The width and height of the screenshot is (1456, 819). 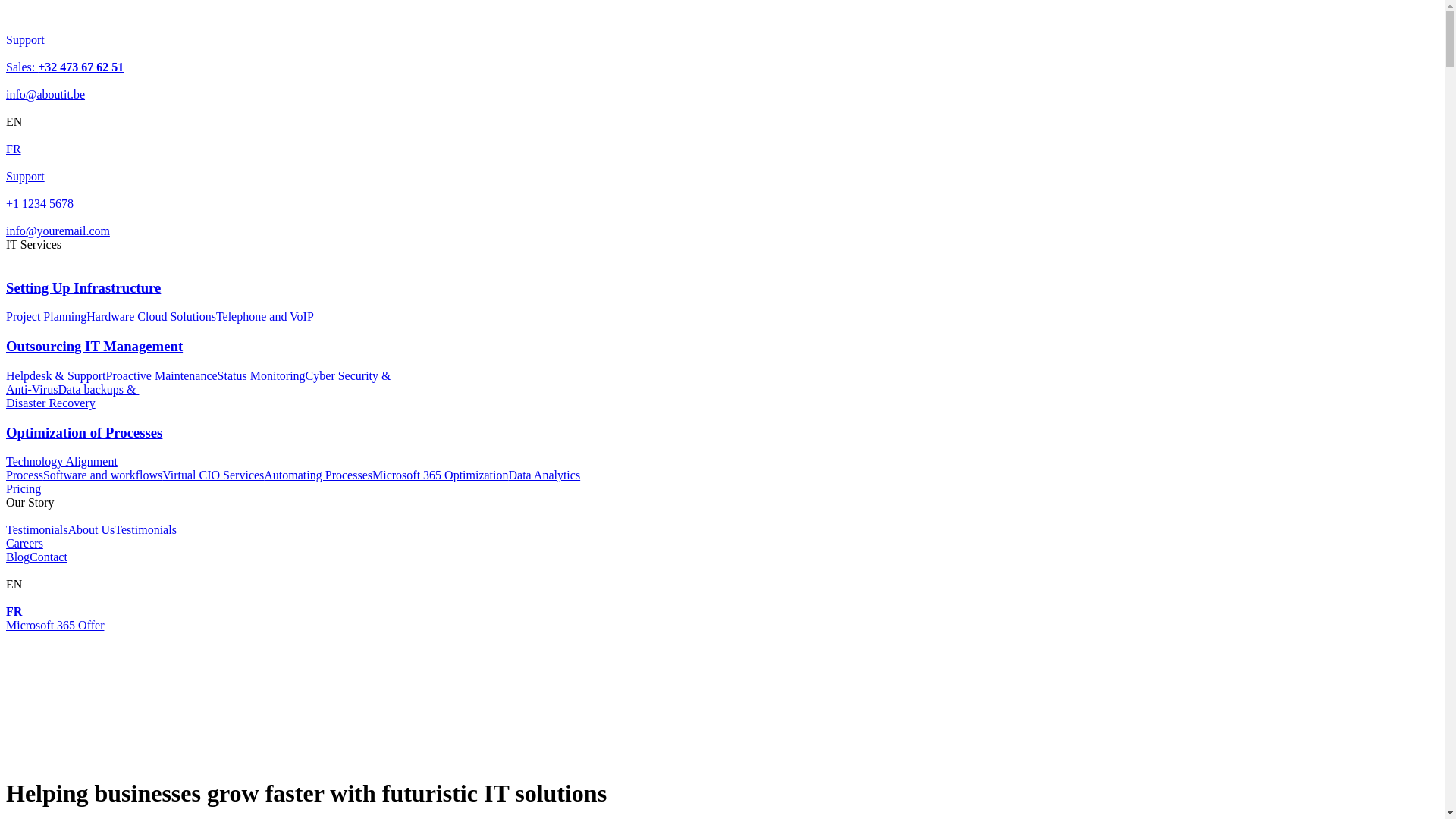 I want to click on 'Data Analytics', so click(x=544, y=474).